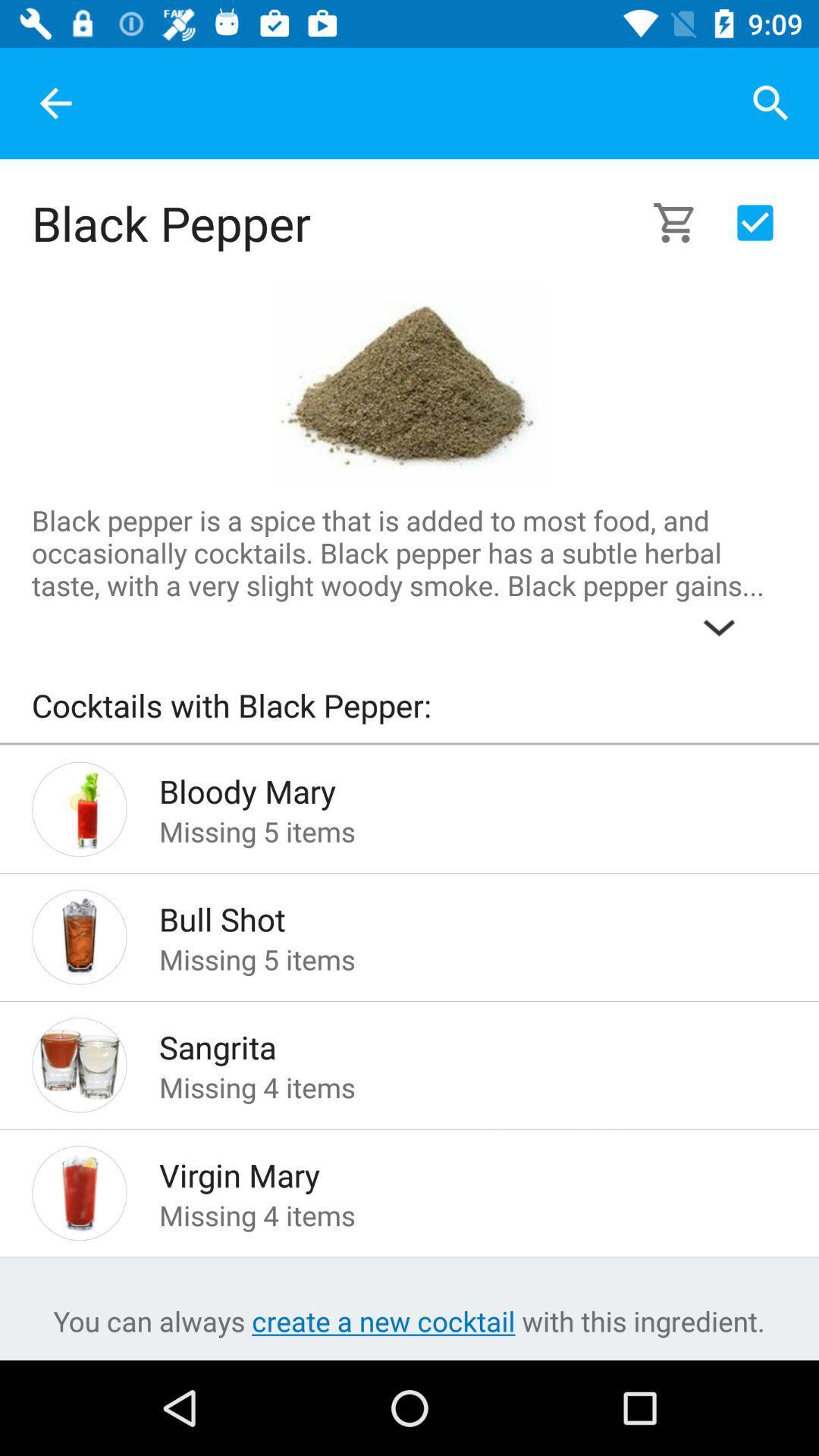 This screenshot has width=819, height=1456. What do you see at coordinates (755, 221) in the screenshot?
I see `click on the approve symbol` at bounding box center [755, 221].